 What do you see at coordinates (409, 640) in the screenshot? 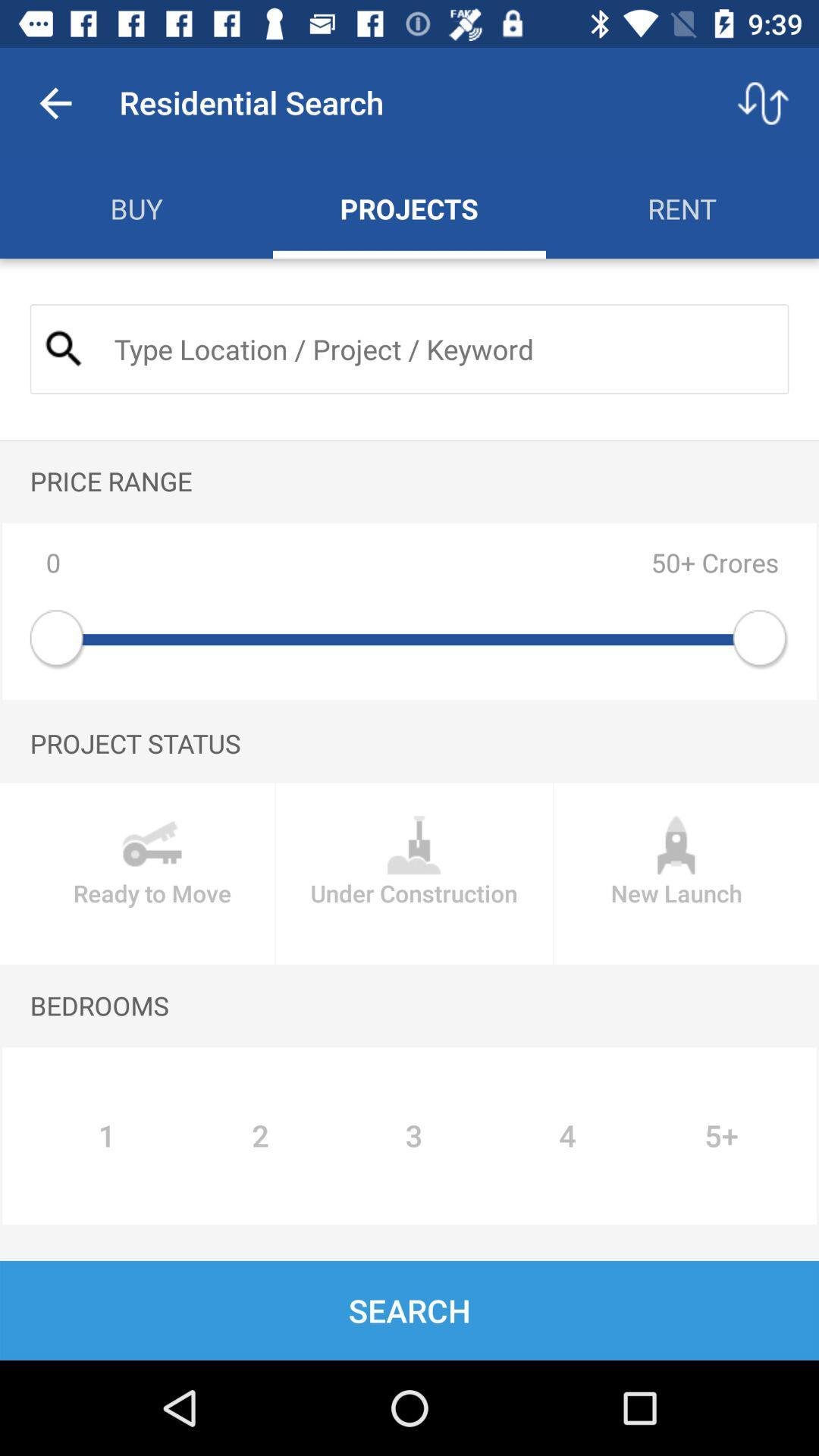
I see `the level slider` at bounding box center [409, 640].